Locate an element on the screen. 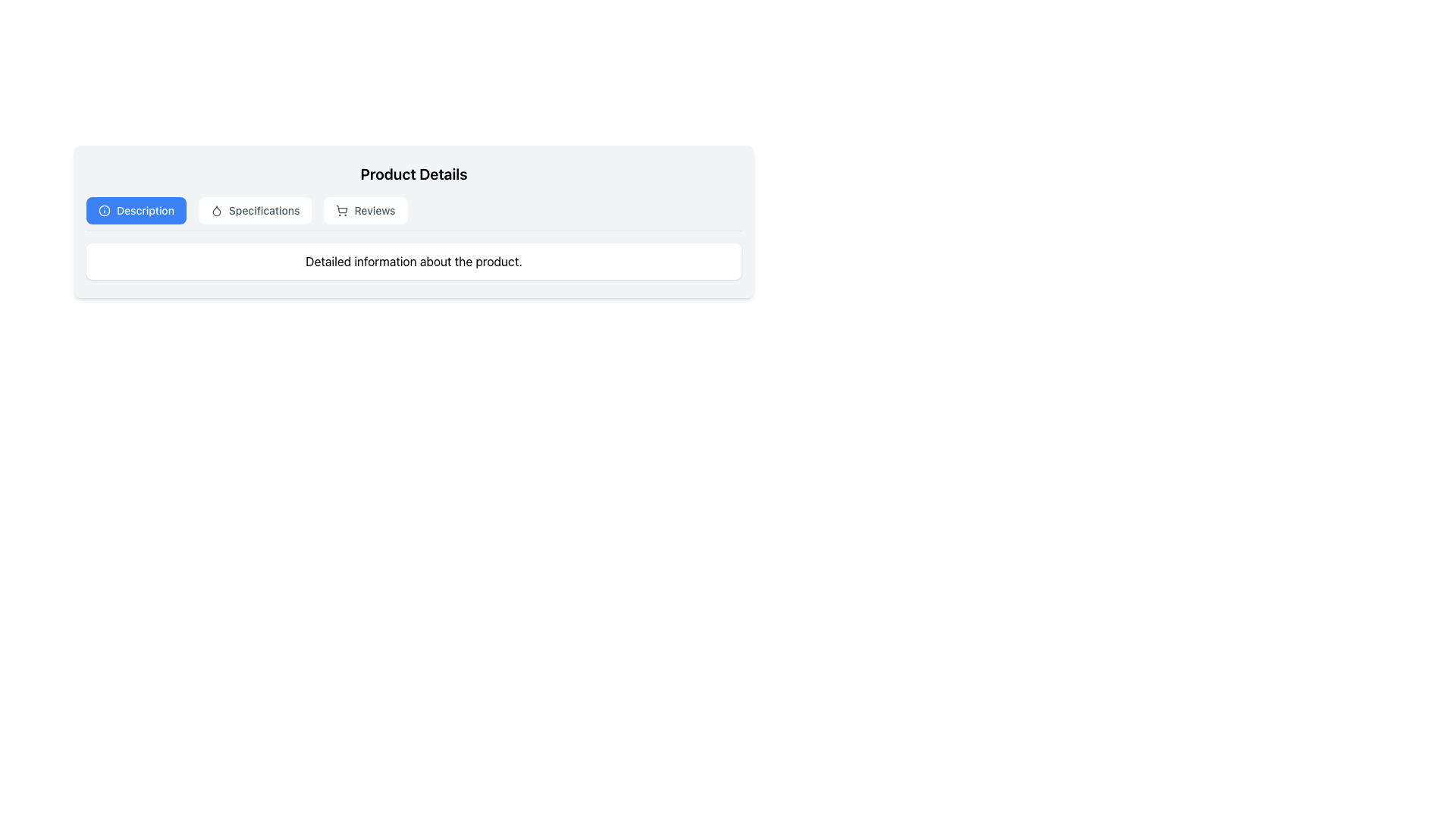  the circular information icon located to the left of the 'Description' text in the navigation tab group to trigger a tooltip is located at coordinates (104, 210).